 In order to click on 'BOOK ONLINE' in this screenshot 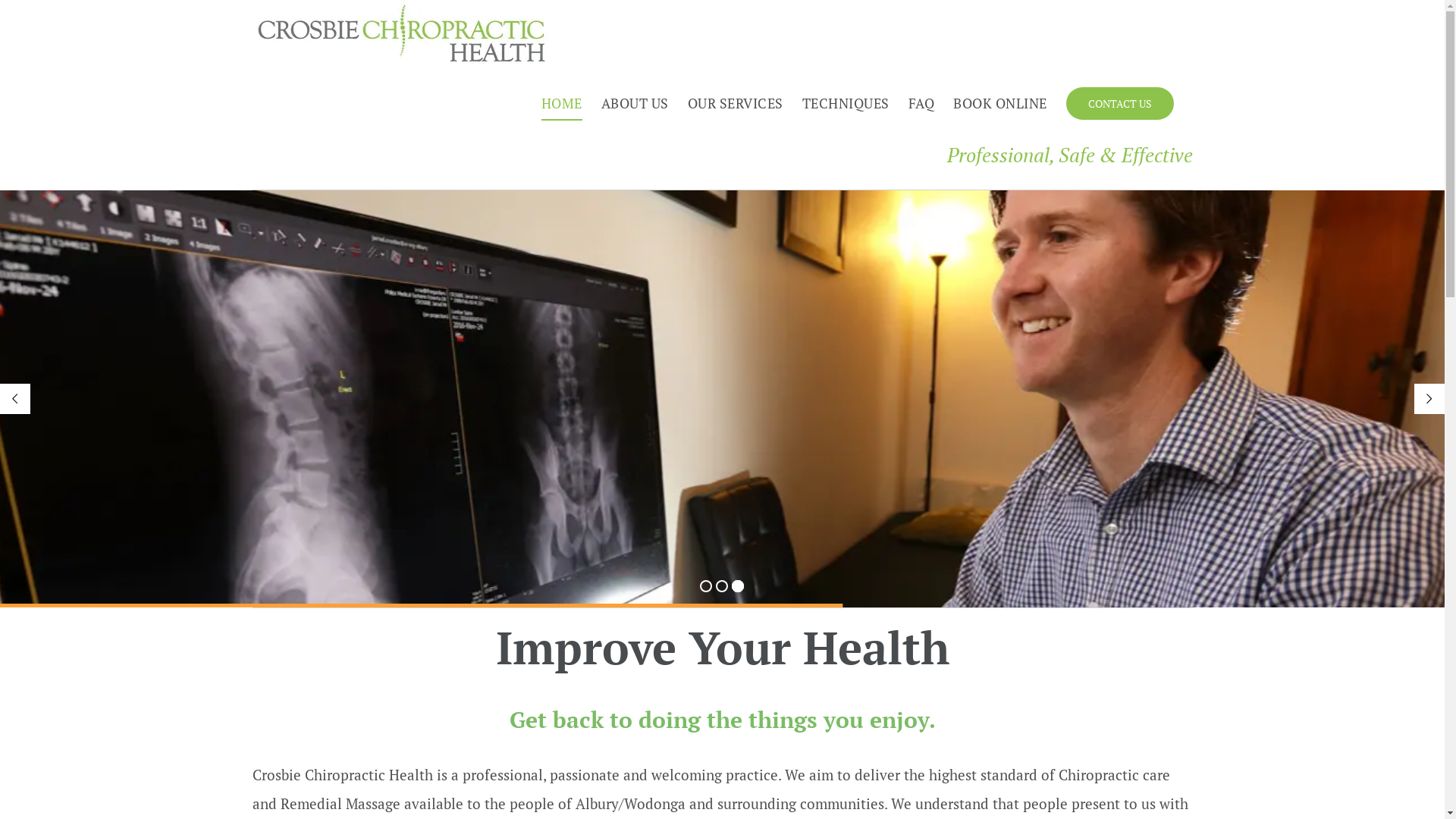, I will do `click(1000, 102)`.